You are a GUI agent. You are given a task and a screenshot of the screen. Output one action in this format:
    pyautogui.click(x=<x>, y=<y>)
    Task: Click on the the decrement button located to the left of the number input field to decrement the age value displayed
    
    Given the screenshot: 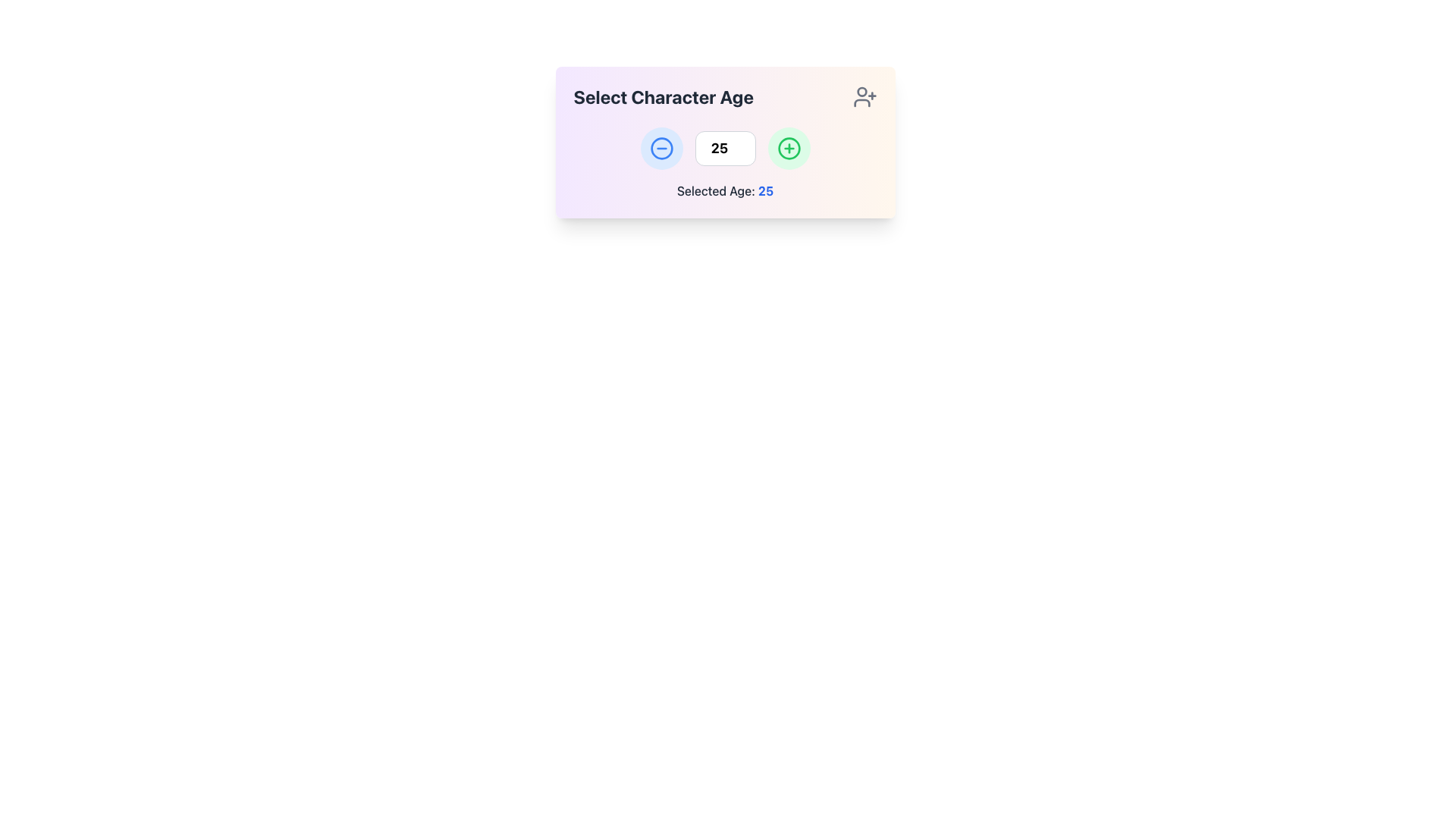 What is the action you would take?
    pyautogui.click(x=661, y=149)
    